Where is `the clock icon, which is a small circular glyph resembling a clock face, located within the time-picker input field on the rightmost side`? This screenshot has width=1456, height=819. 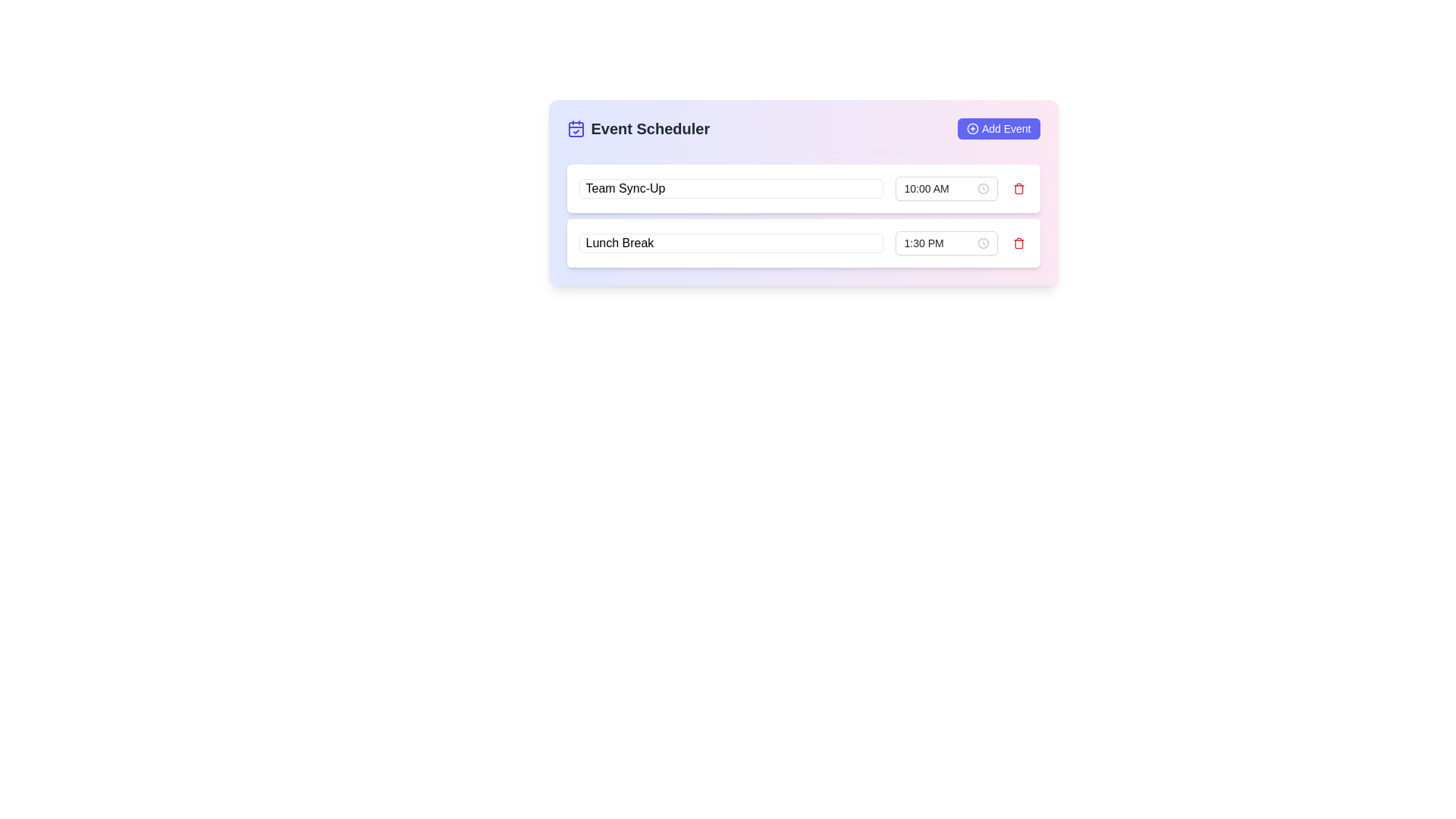
the clock icon, which is a small circular glyph resembling a clock face, located within the time-picker input field on the rightmost side is located at coordinates (983, 188).